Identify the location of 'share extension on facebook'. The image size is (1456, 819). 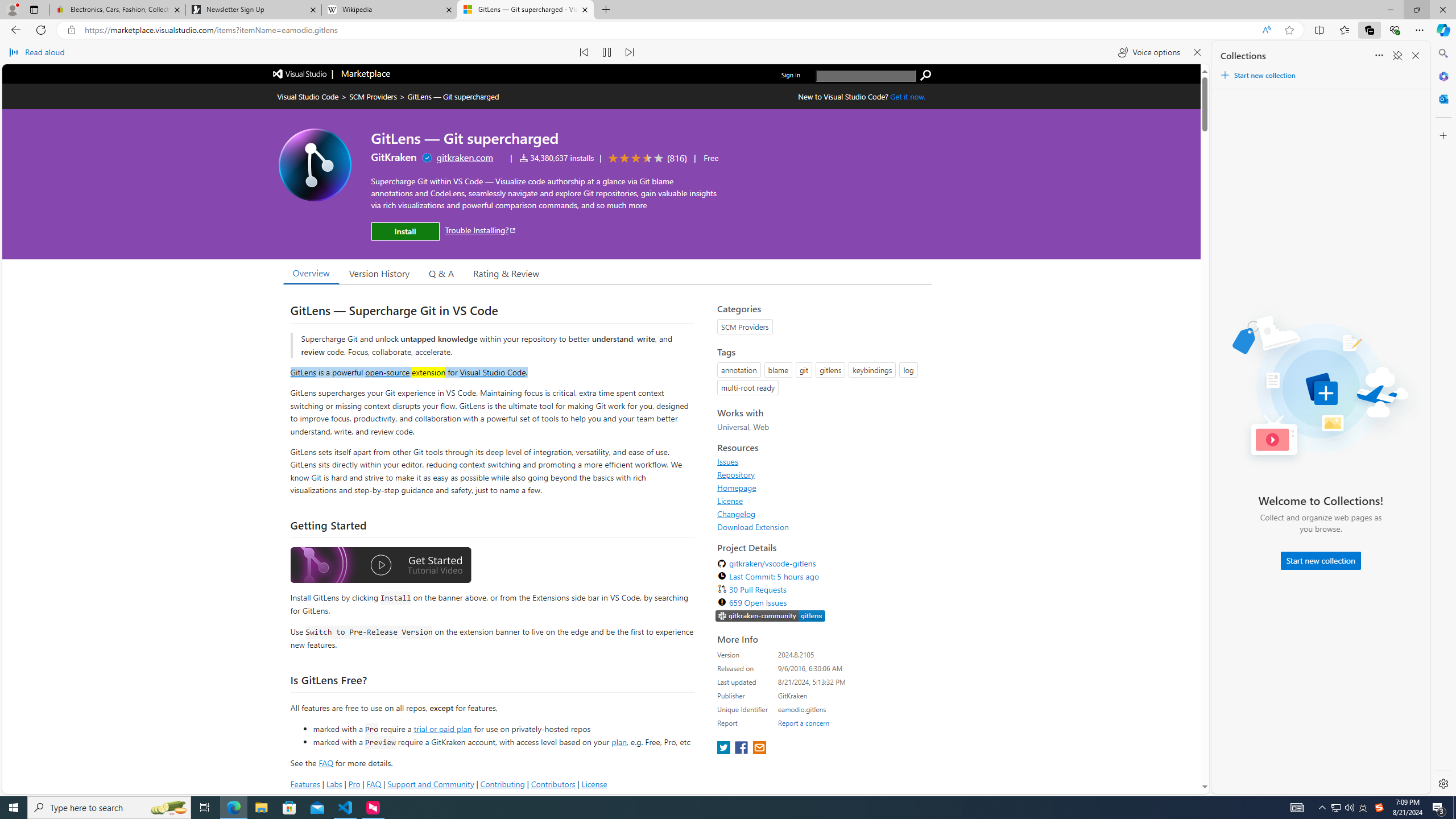
(742, 748).